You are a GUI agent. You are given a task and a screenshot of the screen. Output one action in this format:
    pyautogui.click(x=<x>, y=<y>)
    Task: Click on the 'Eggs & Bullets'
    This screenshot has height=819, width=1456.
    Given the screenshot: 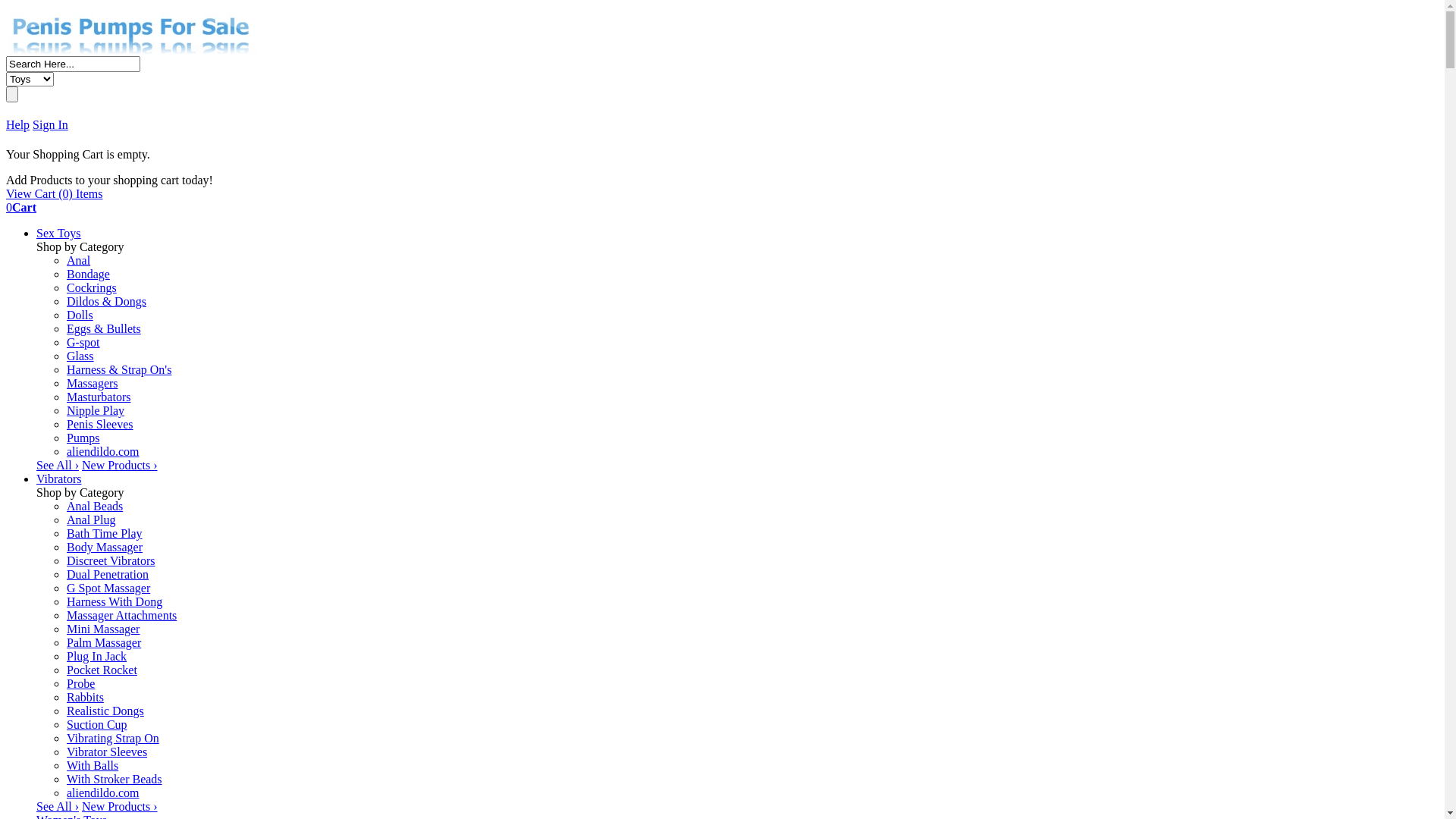 What is the action you would take?
    pyautogui.click(x=103, y=328)
    